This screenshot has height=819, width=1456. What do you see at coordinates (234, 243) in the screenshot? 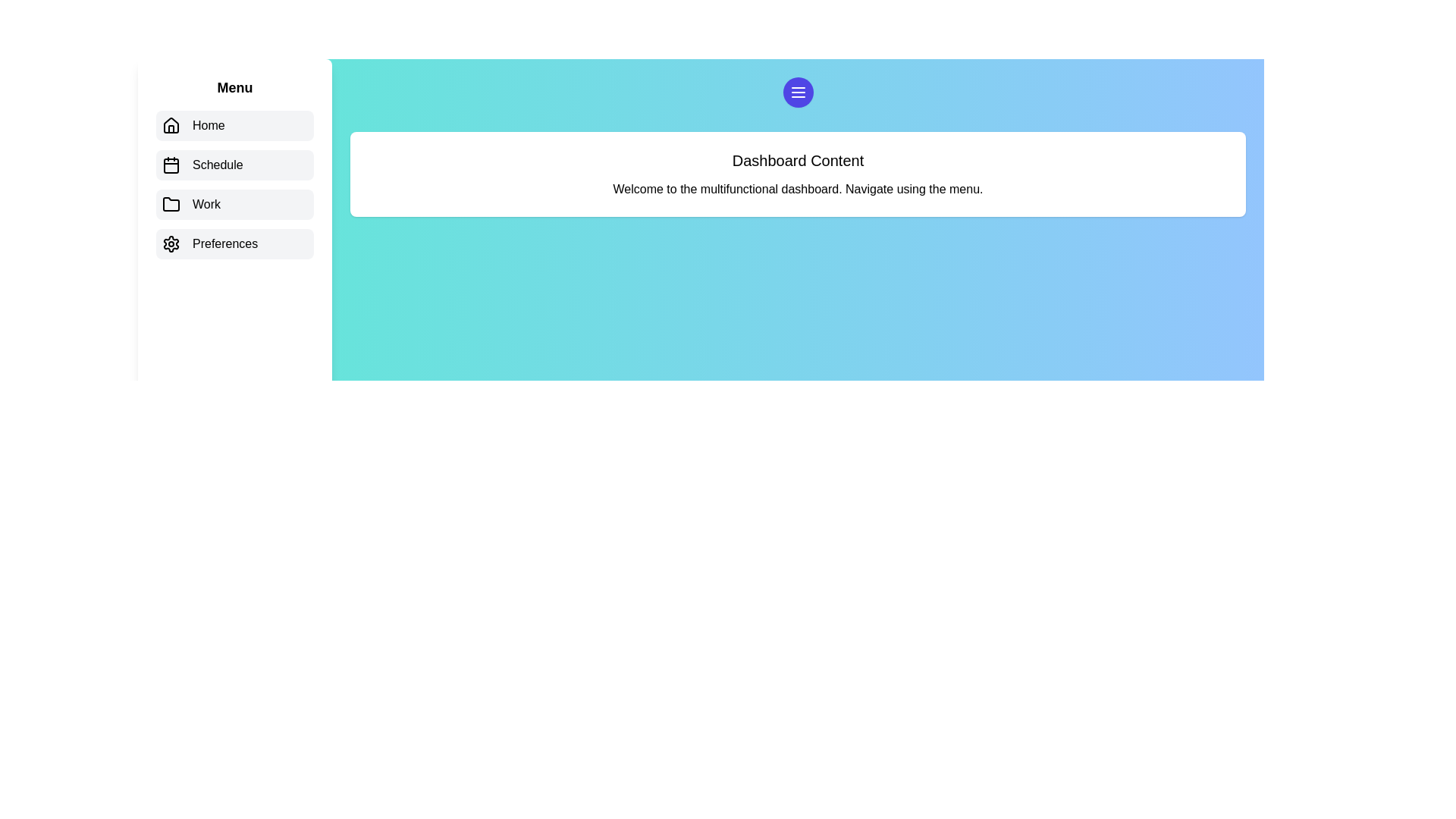
I see `the menu item corresponding to Preferences` at bounding box center [234, 243].